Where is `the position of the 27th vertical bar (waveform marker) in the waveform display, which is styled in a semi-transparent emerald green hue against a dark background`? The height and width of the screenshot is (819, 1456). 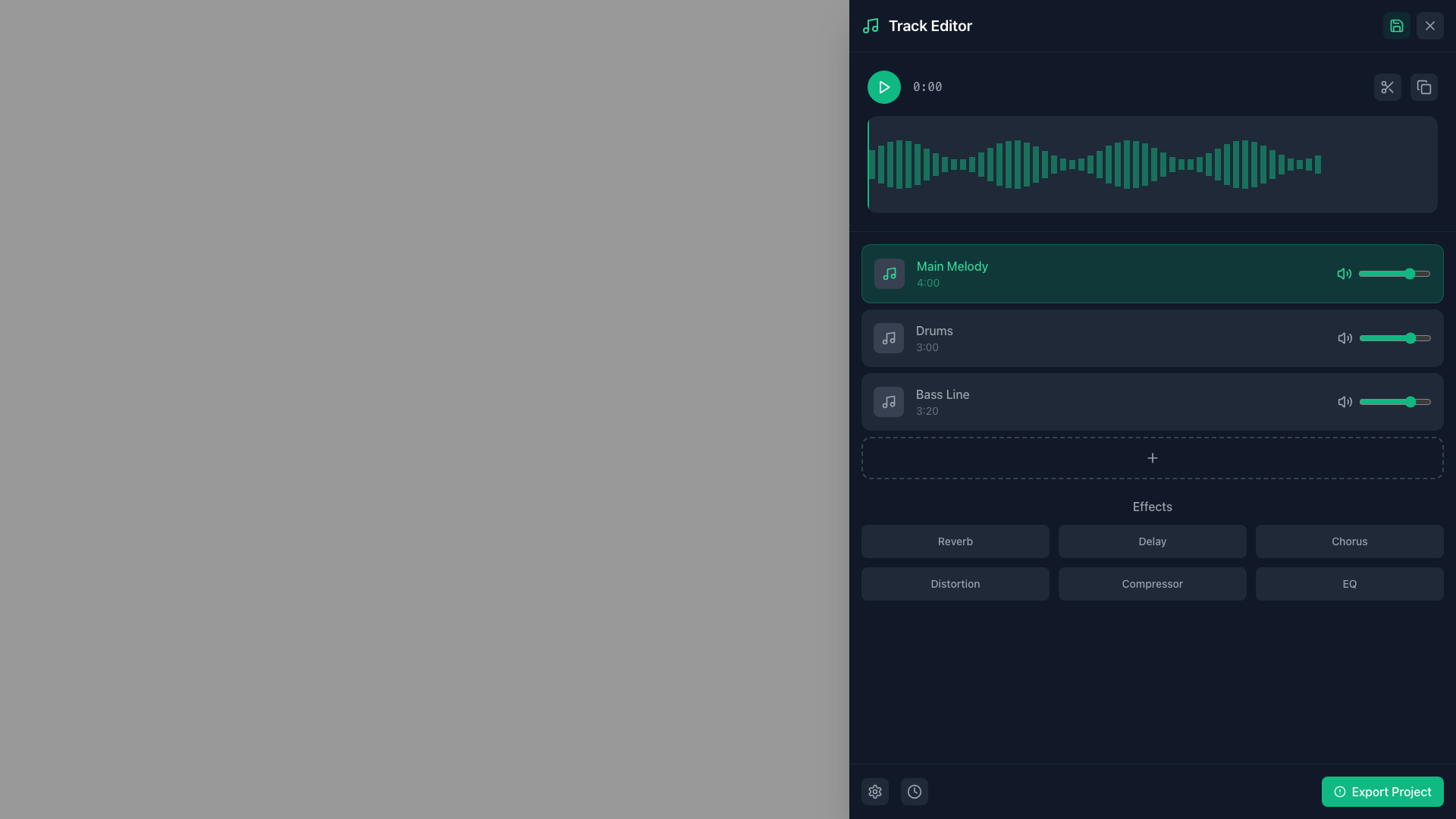 the position of the 27th vertical bar (waveform marker) in the waveform display, which is styled in a semi-transparent emerald green hue against a dark background is located at coordinates (1109, 164).